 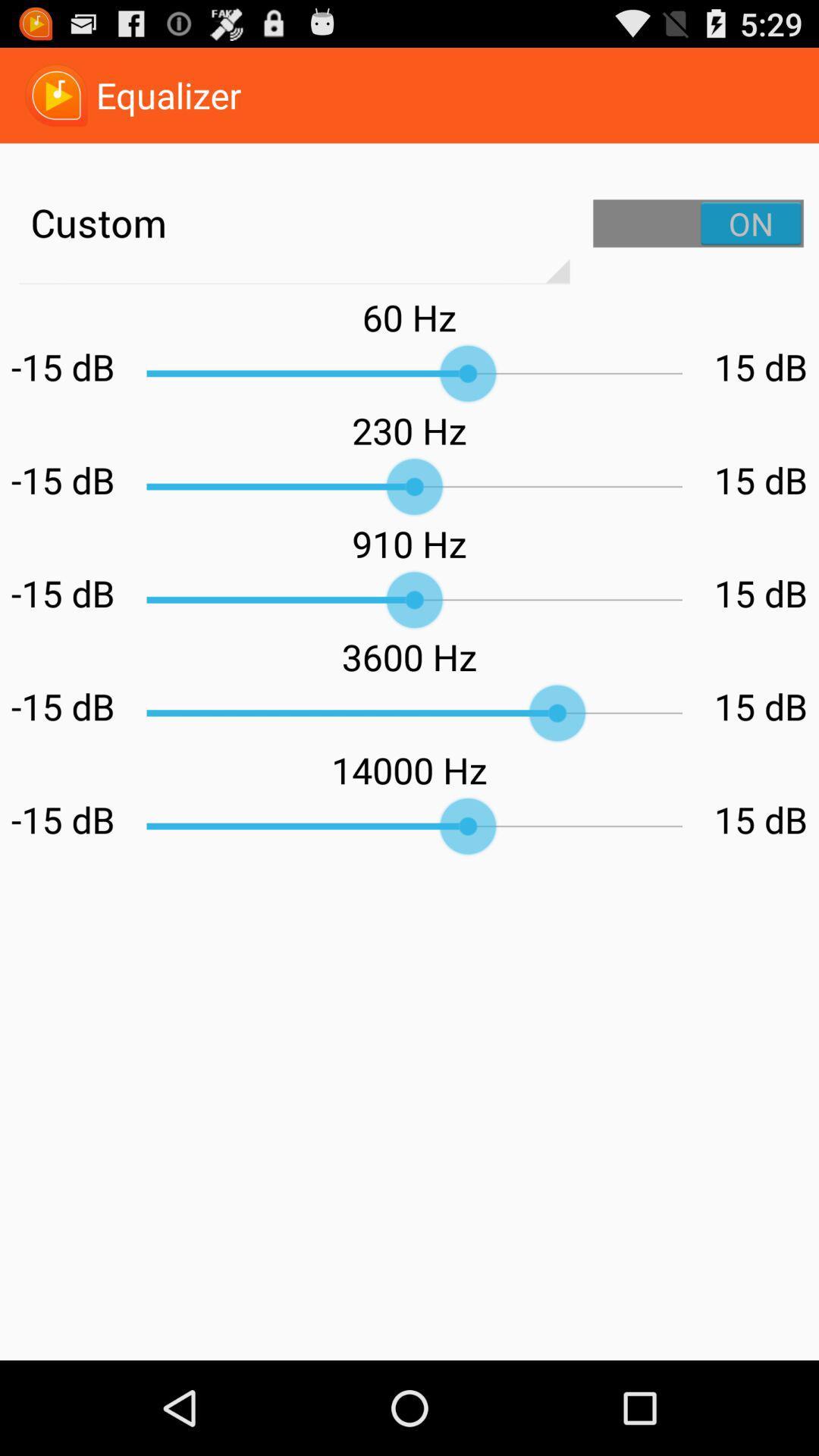 I want to click on the icon above 60 hz icon, so click(x=698, y=222).